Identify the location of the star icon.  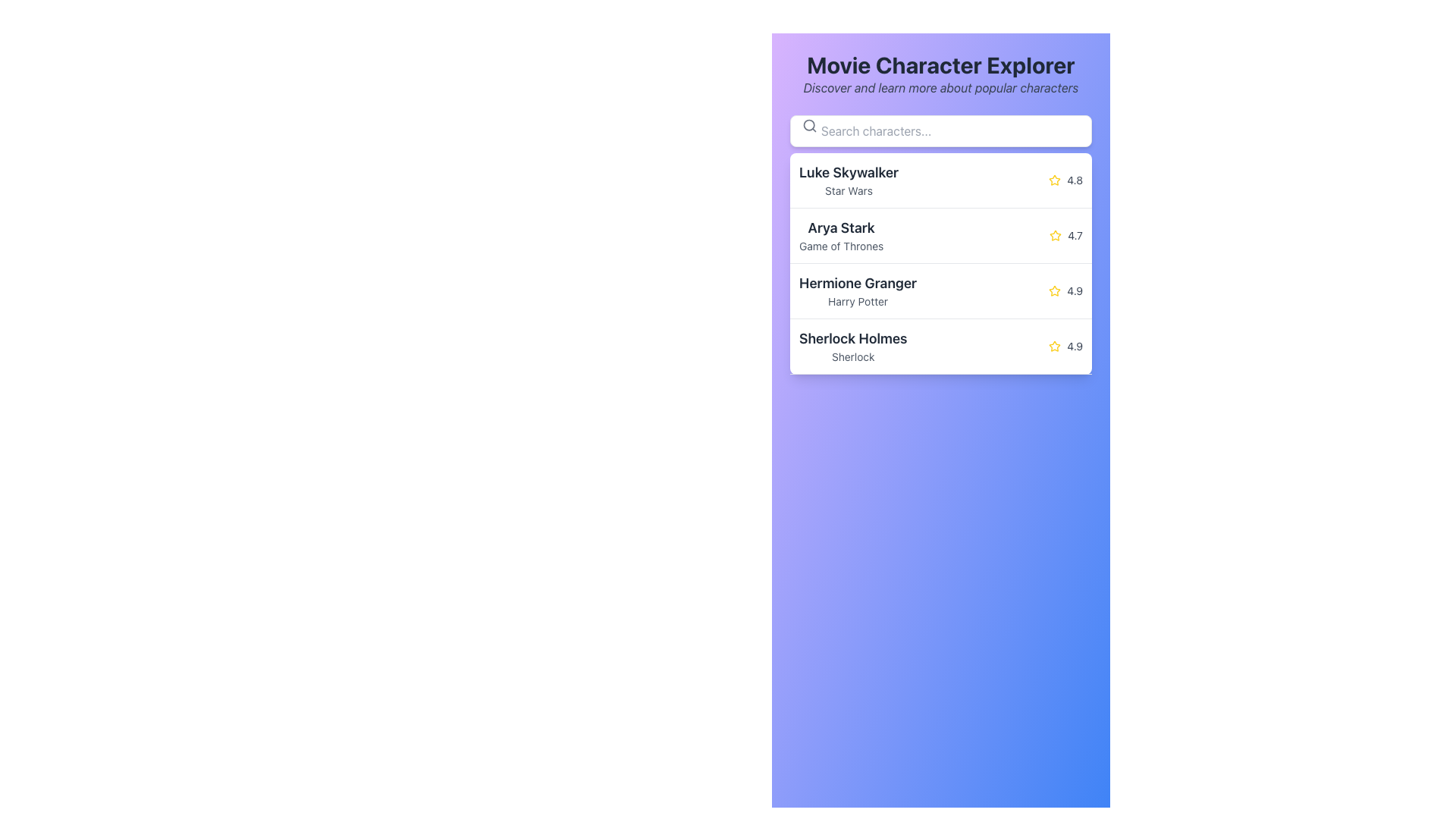
(1055, 236).